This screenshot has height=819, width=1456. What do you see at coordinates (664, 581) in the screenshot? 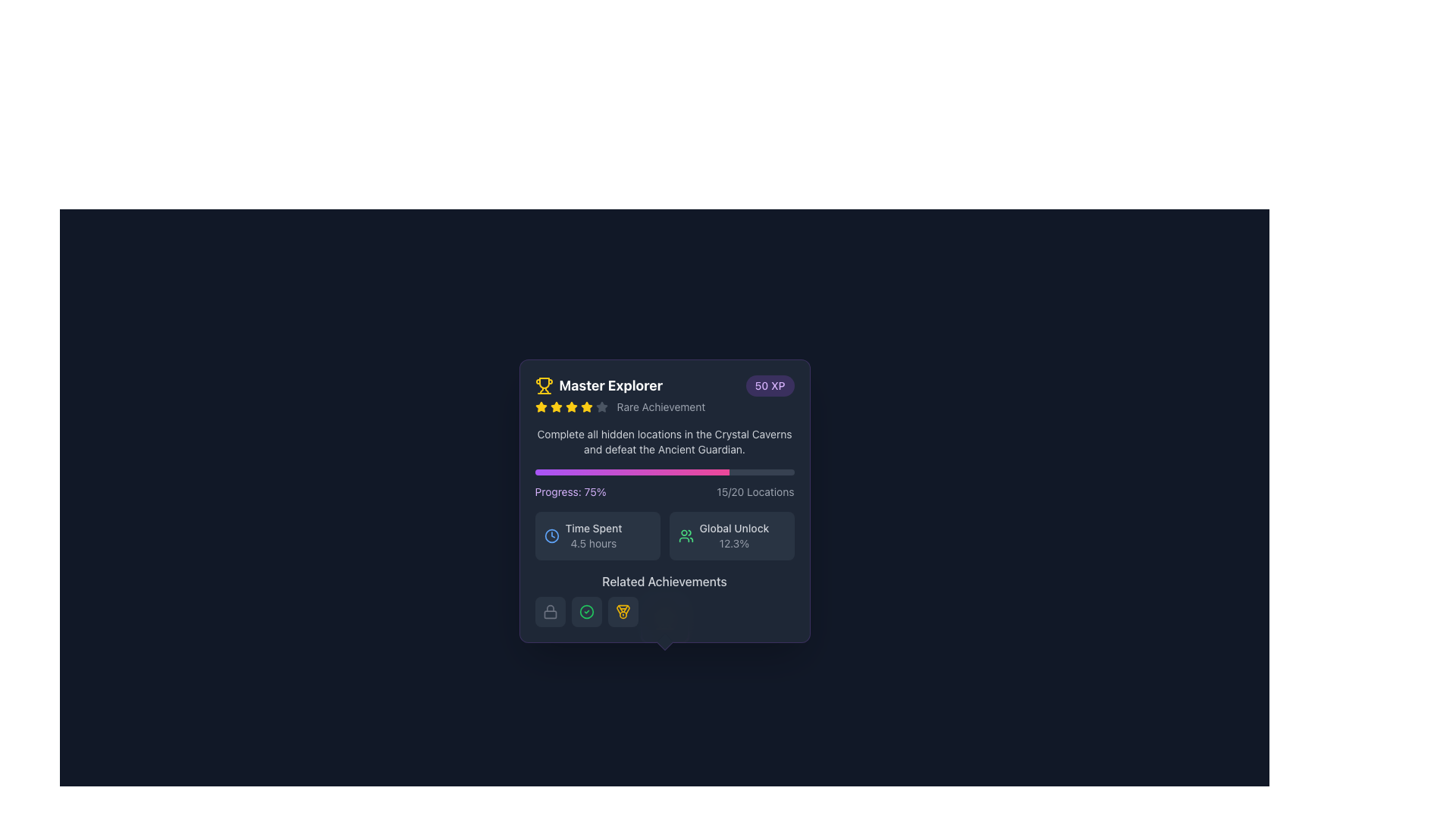
I see `static text label displaying 'Related Achievements' which is centrally positioned above a row of circular icons in the card-like interface` at bounding box center [664, 581].